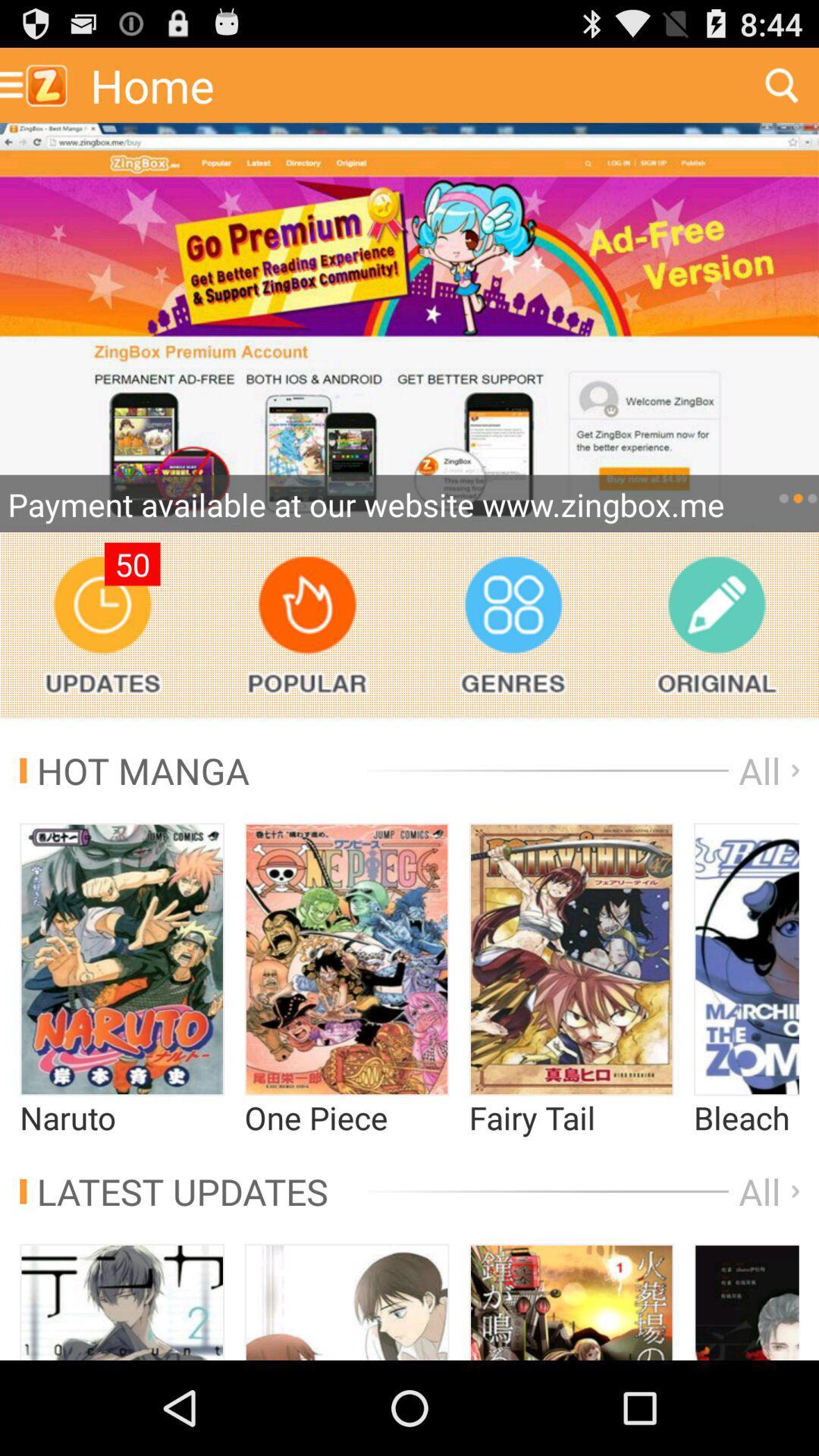 This screenshot has width=819, height=1456. I want to click on icon next to the all, so click(133, 770).